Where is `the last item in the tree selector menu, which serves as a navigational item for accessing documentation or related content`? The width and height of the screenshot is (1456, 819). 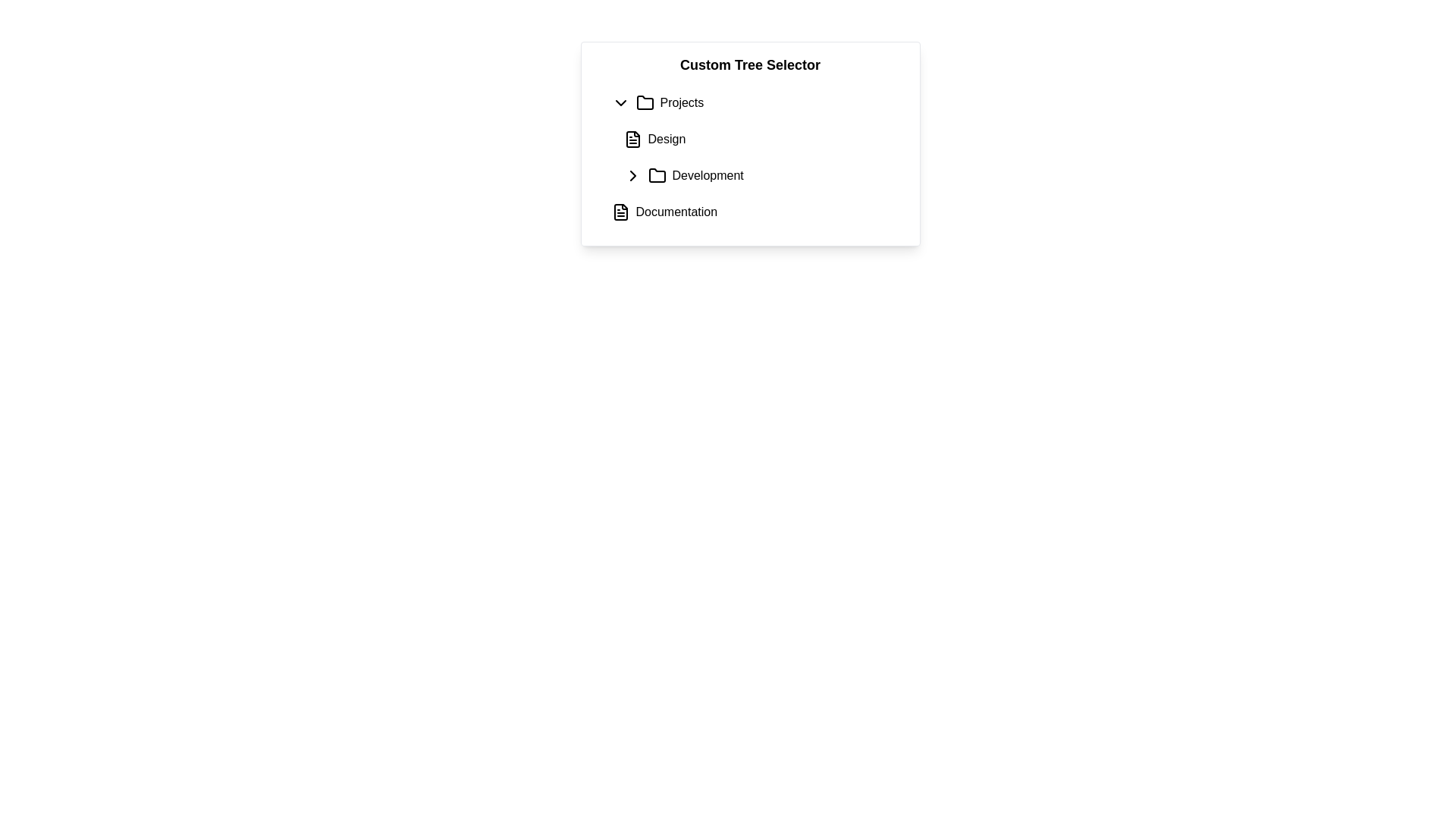
the last item in the tree selector menu, which serves as a navigational item for accessing documentation or related content is located at coordinates (676, 212).